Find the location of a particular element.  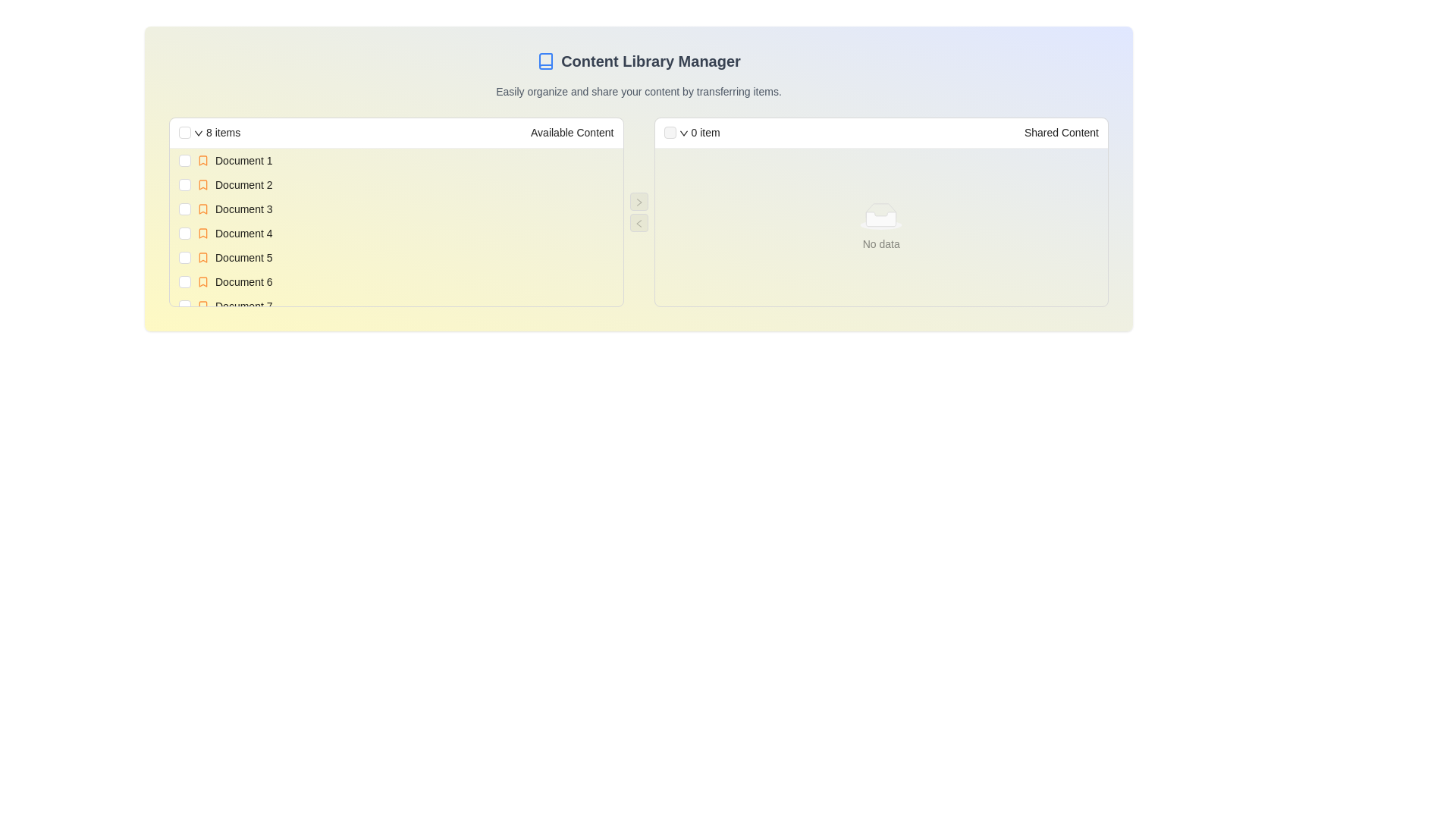

the list item labeled 'Document 3' is located at coordinates (405, 209).